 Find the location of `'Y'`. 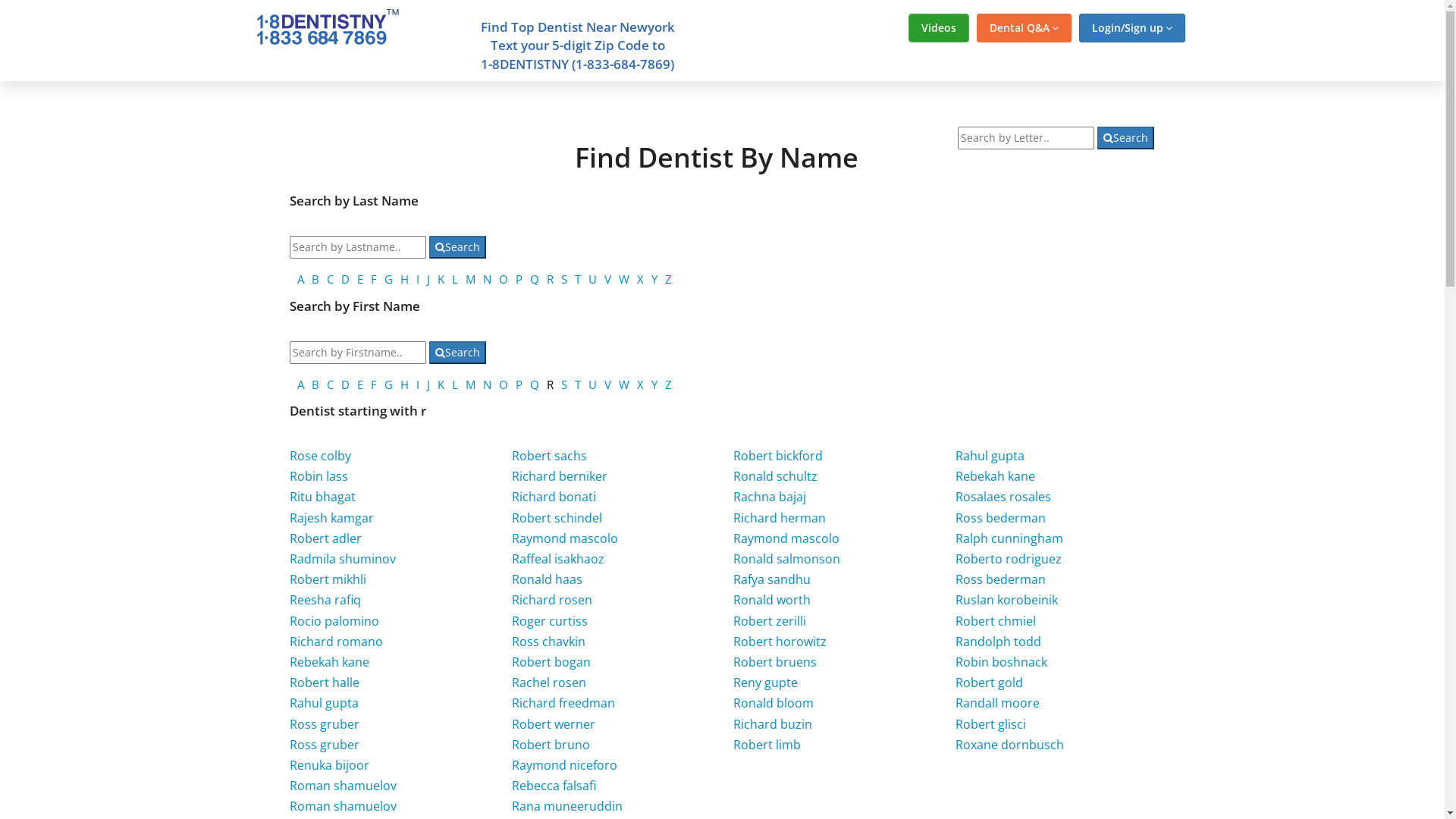

'Y' is located at coordinates (654, 278).